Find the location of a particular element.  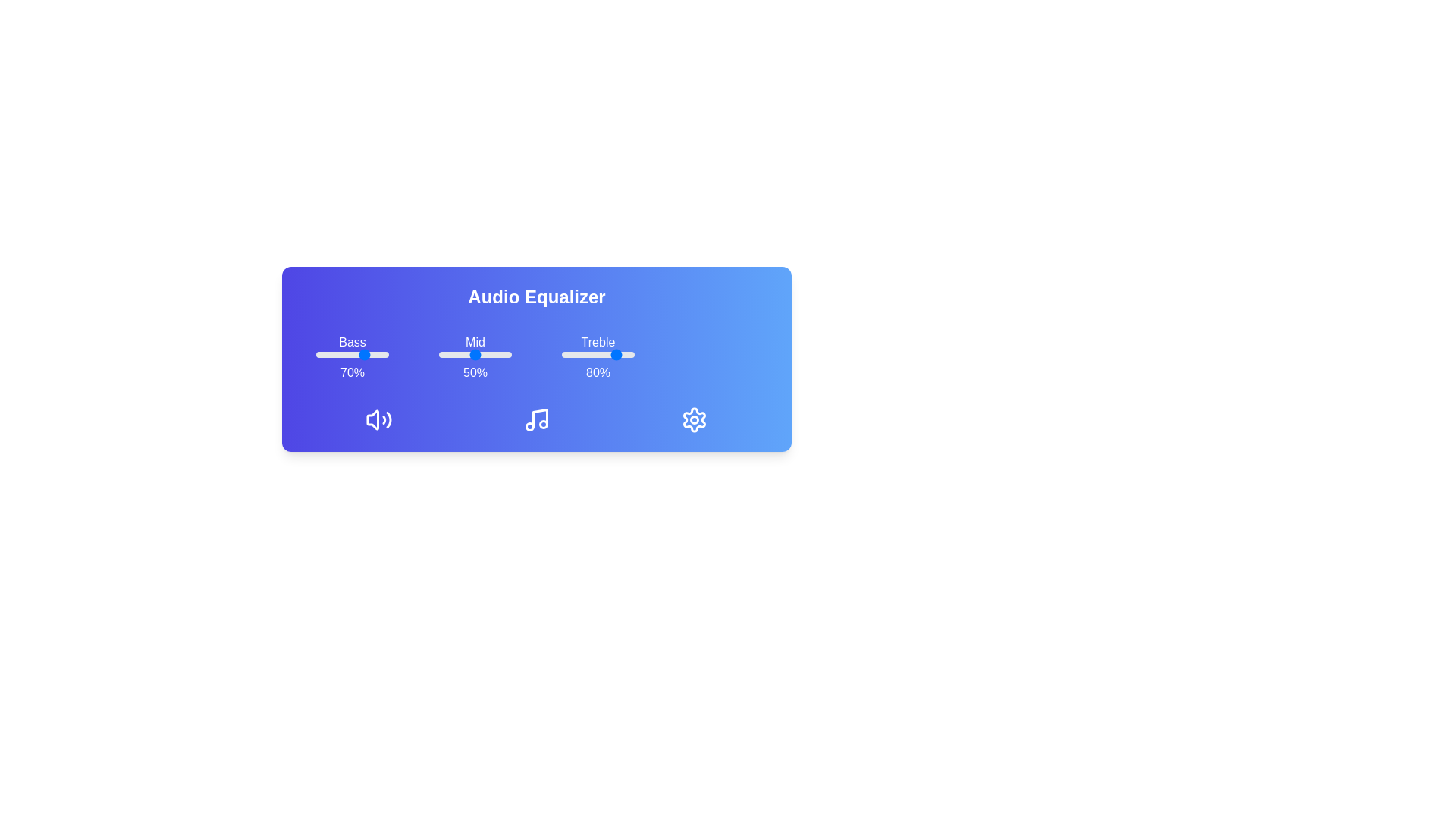

the mid slider to 32% is located at coordinates (461, 354).